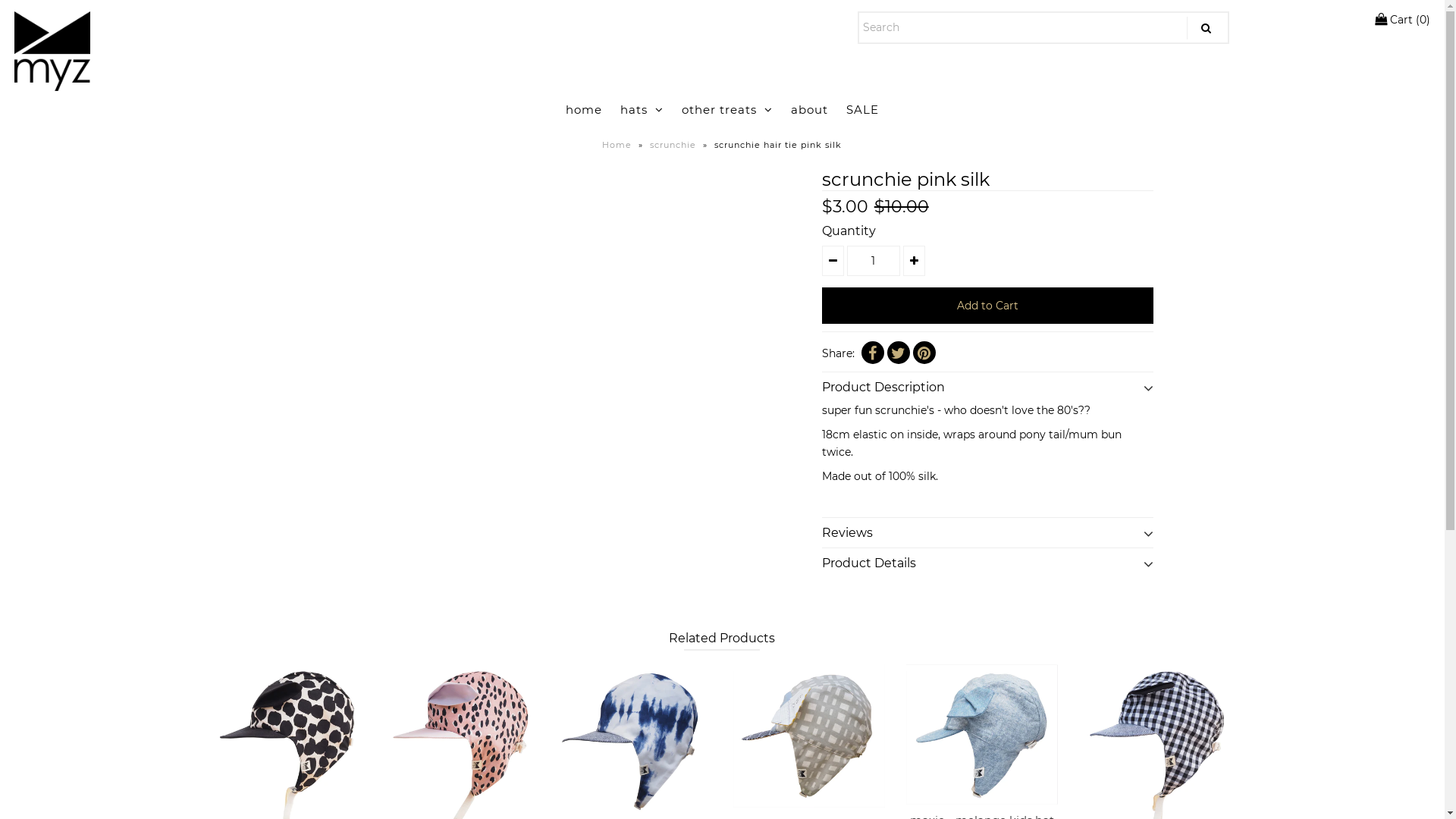 The image size is (1456, 819). Describe the element at coordinates (726, 109) in the screenshot. I see `'other treats'` at that location.